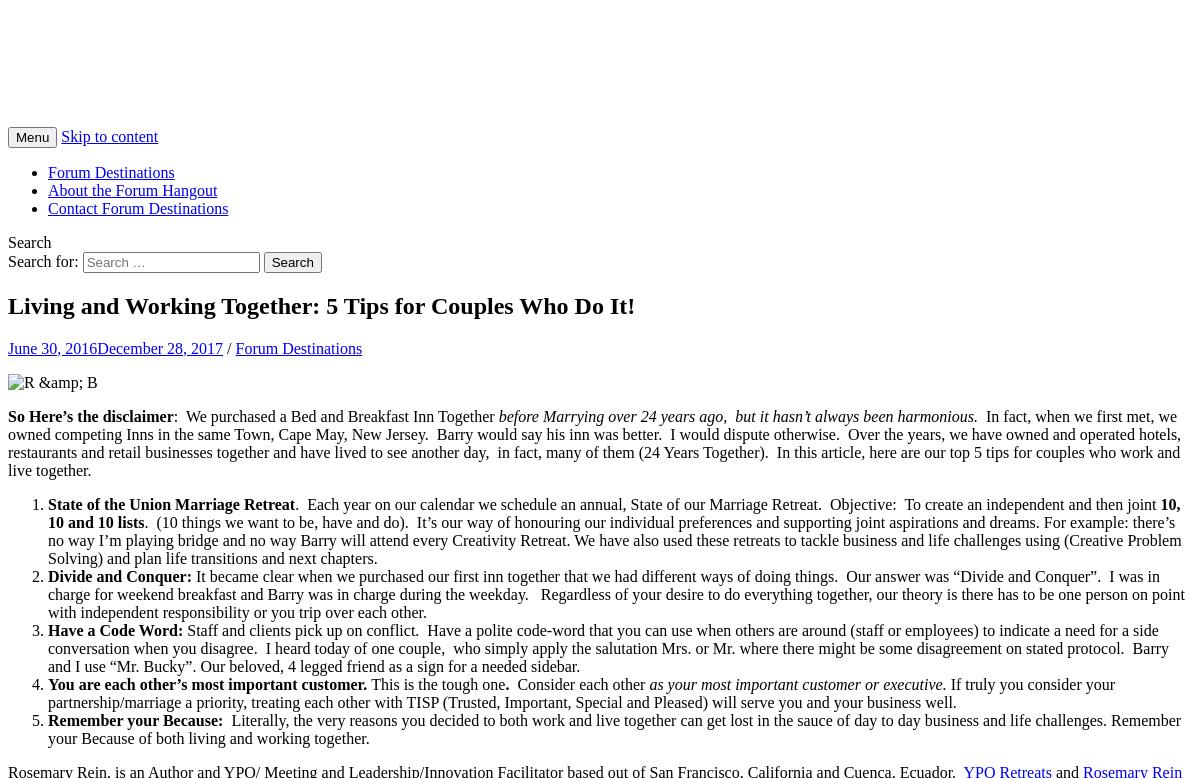 This screenshot has width=1200, height=778. I want to click on 'State of the Union Marriage Retreat', so click(170, 502).